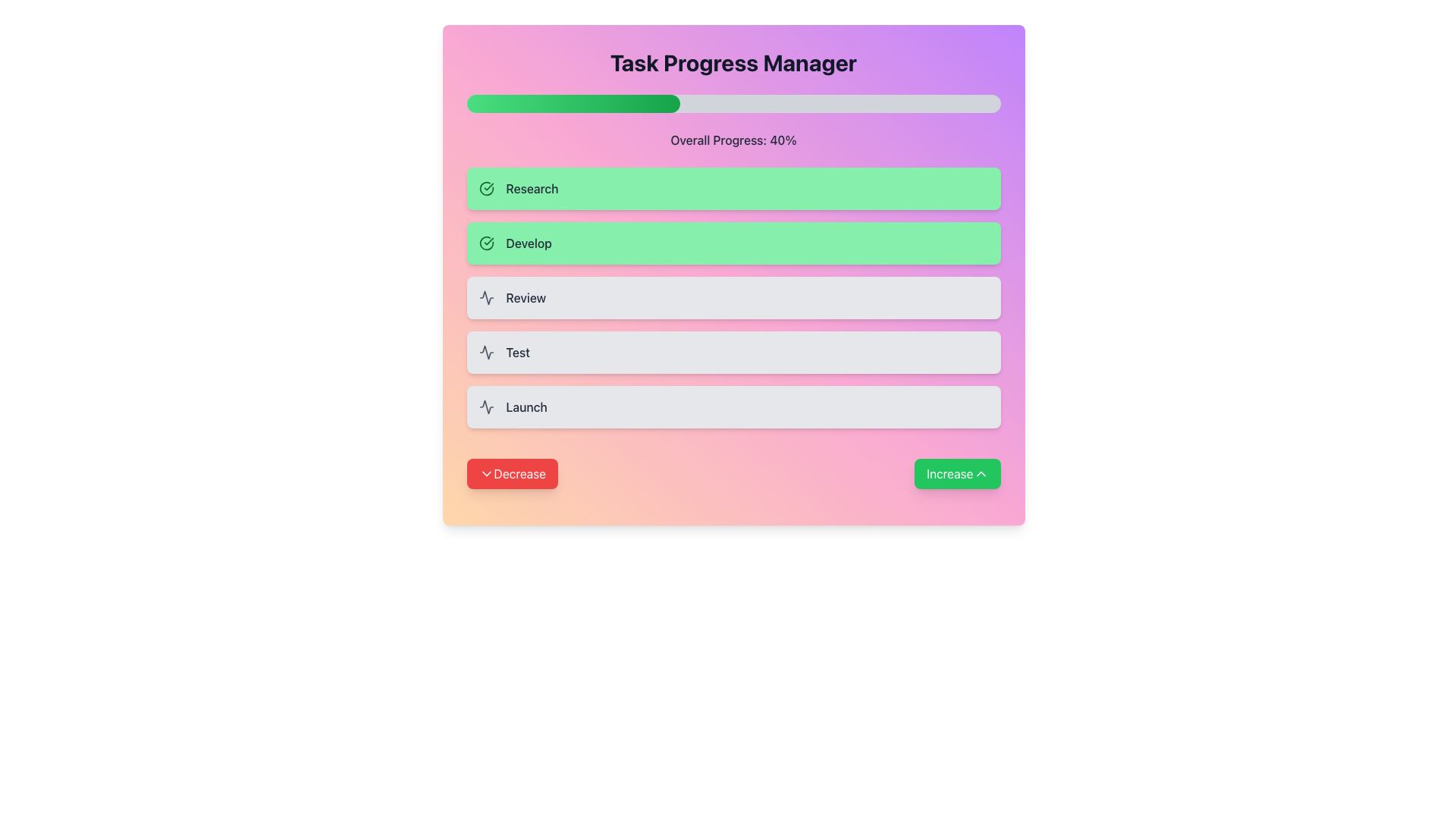  What do you see at coordinates (512, 472) in the screenshot?
I see `the red 'Decrease' button with white text and a downward chevron icon` at bounding box center [512, 472].